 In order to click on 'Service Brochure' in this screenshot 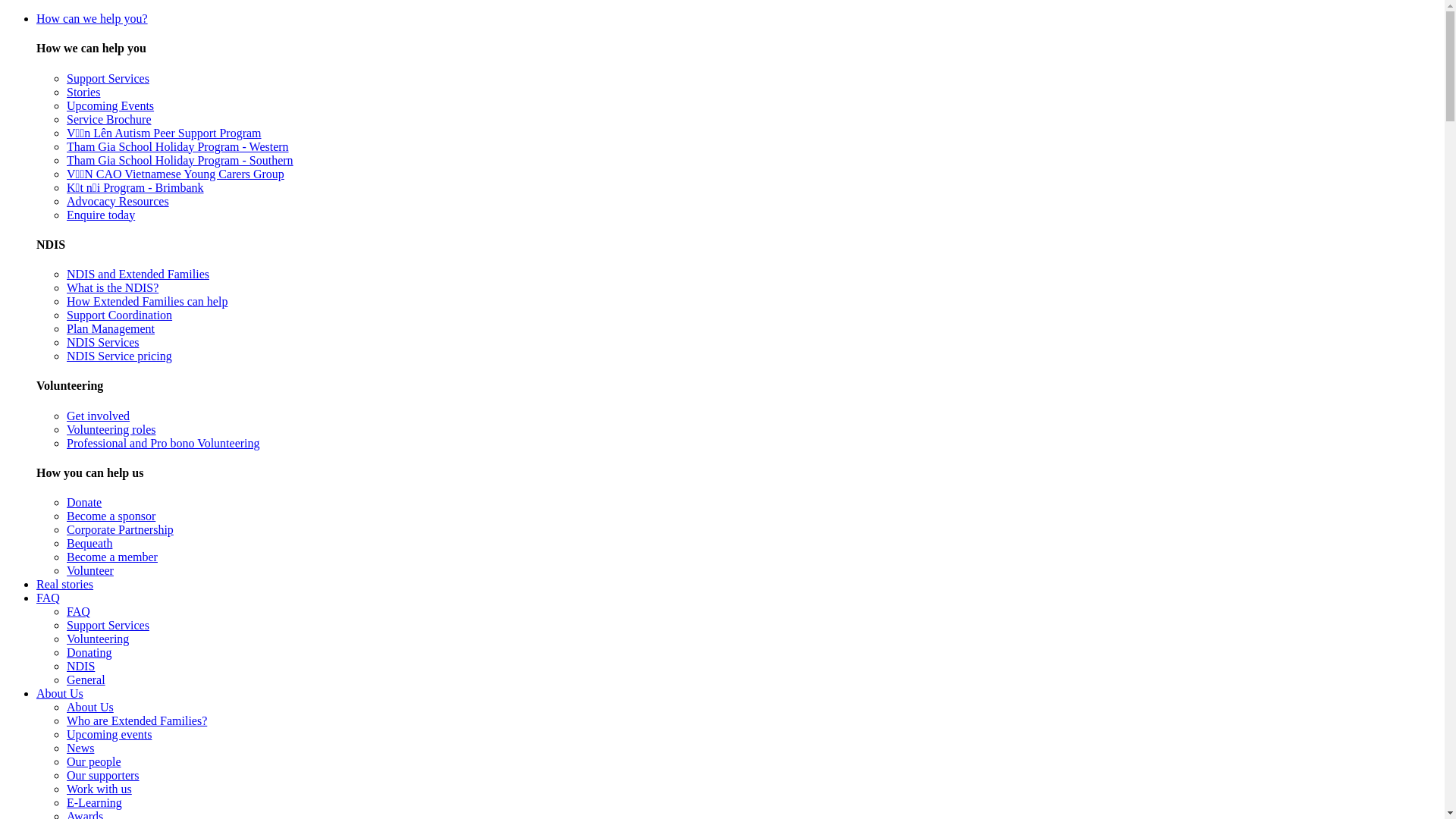, I will do `click(65, 118)`.